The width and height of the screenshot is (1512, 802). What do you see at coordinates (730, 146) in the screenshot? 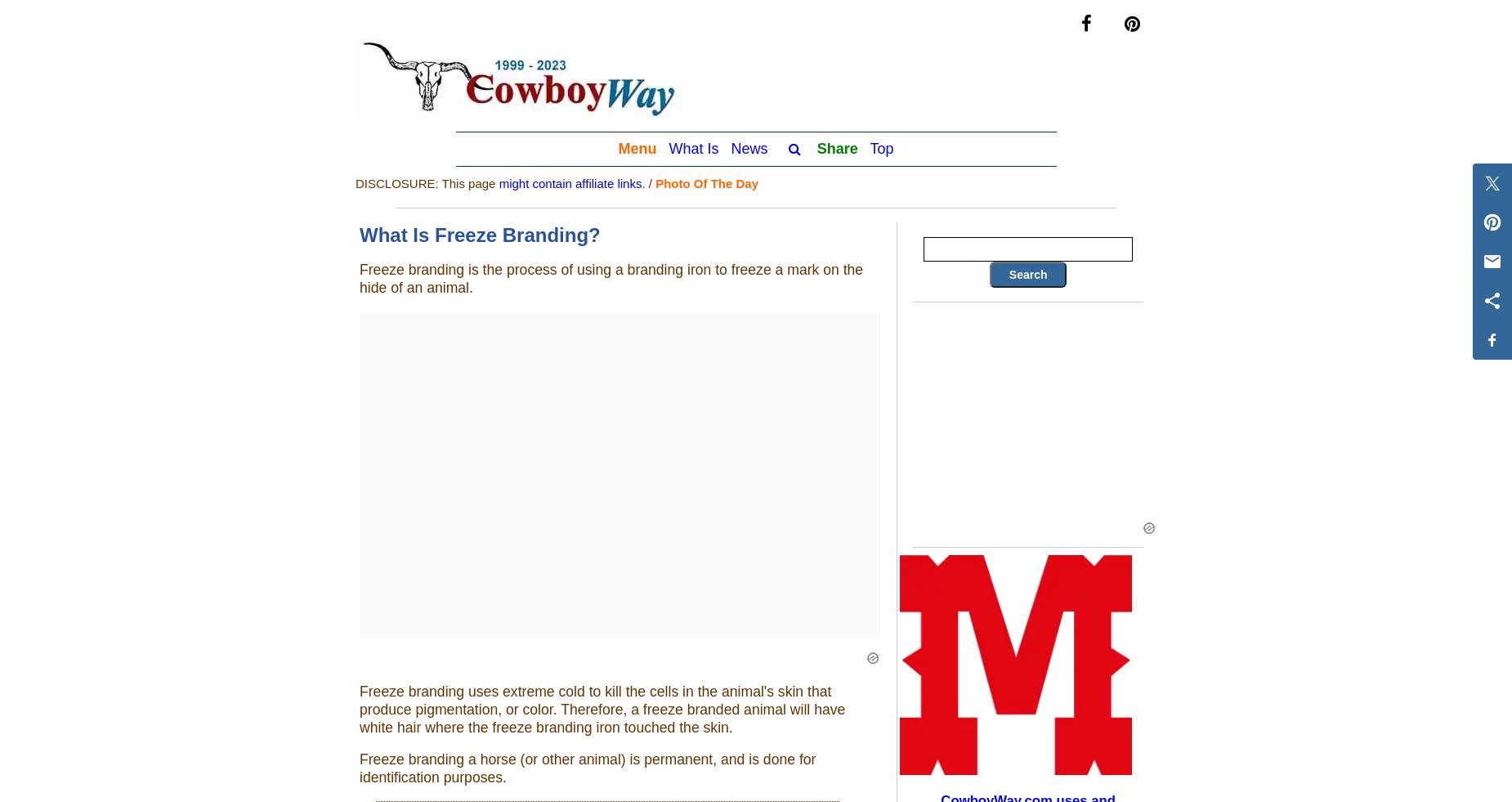
I see `'News'` at bounding box center [730, 146].